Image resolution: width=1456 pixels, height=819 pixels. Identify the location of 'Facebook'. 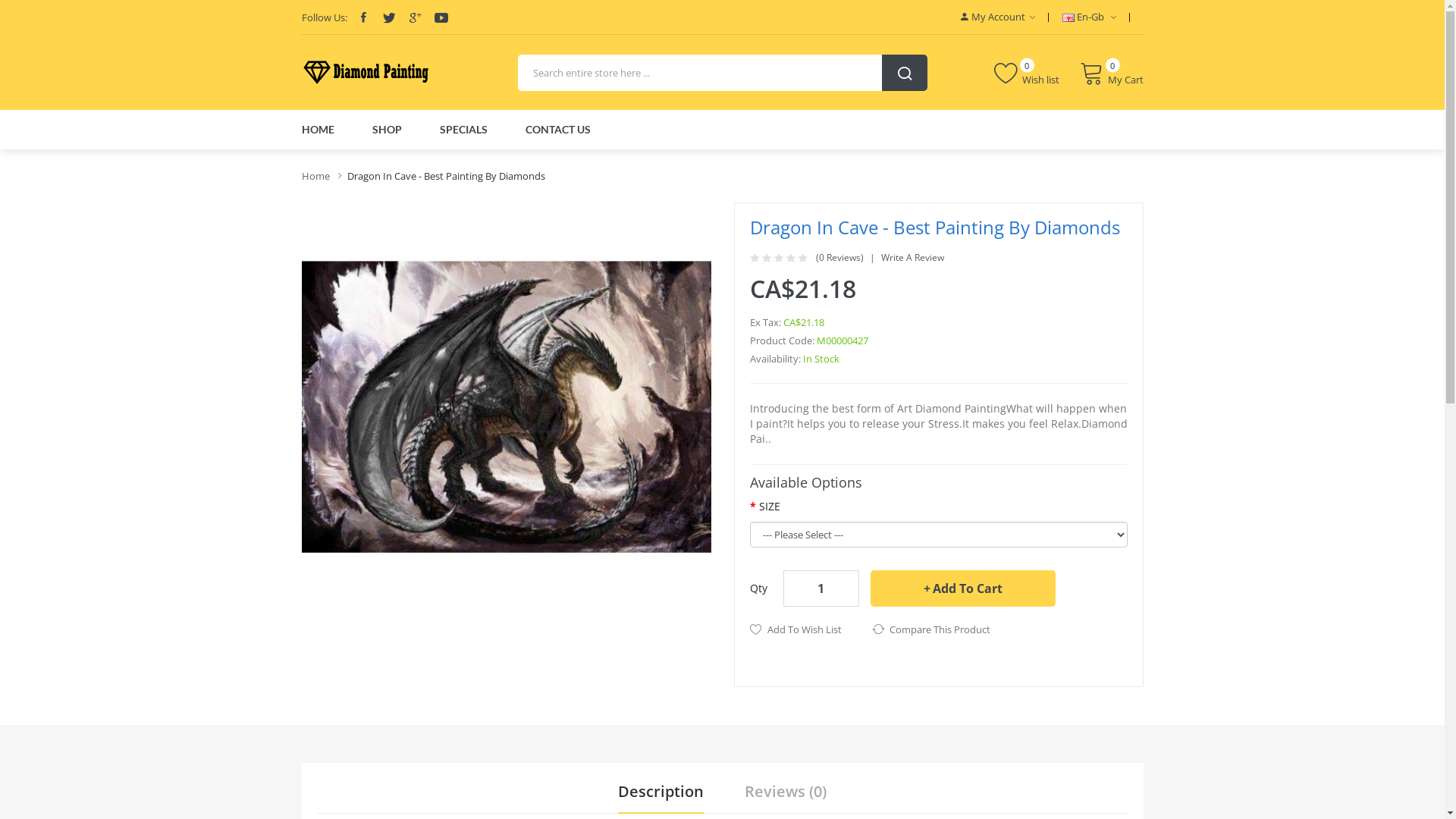
(362, 17).